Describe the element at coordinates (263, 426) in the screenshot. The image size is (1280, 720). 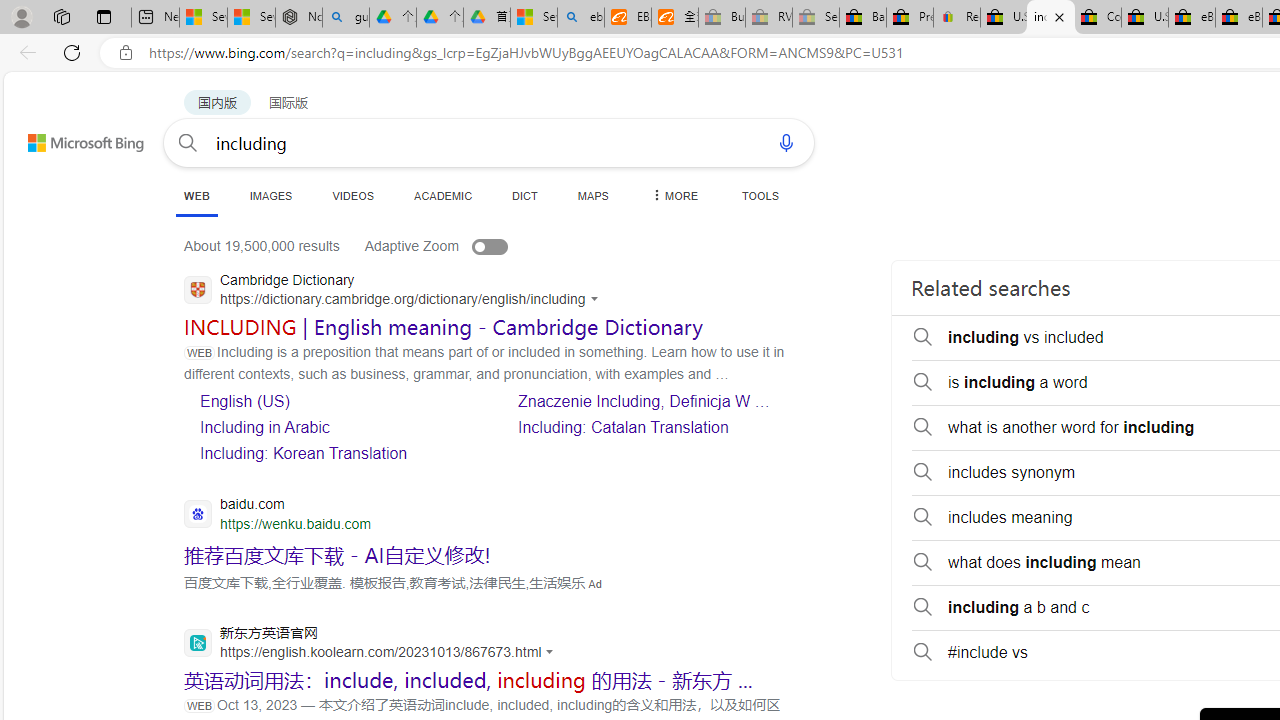
I see `'Including in Arabic'` at that location.